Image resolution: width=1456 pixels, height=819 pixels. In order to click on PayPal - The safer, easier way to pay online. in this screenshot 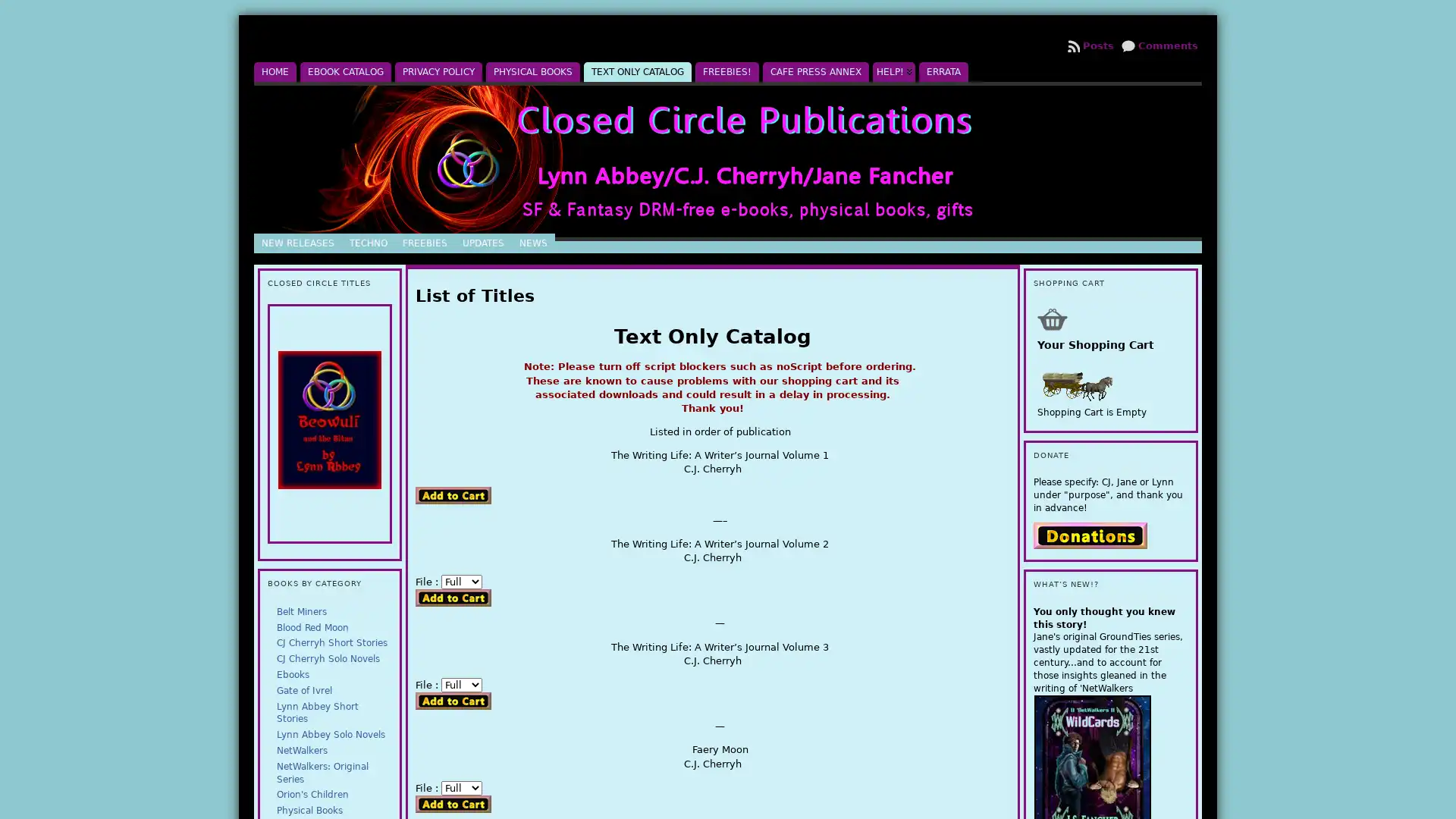, I will do `click(1088, 534)`.